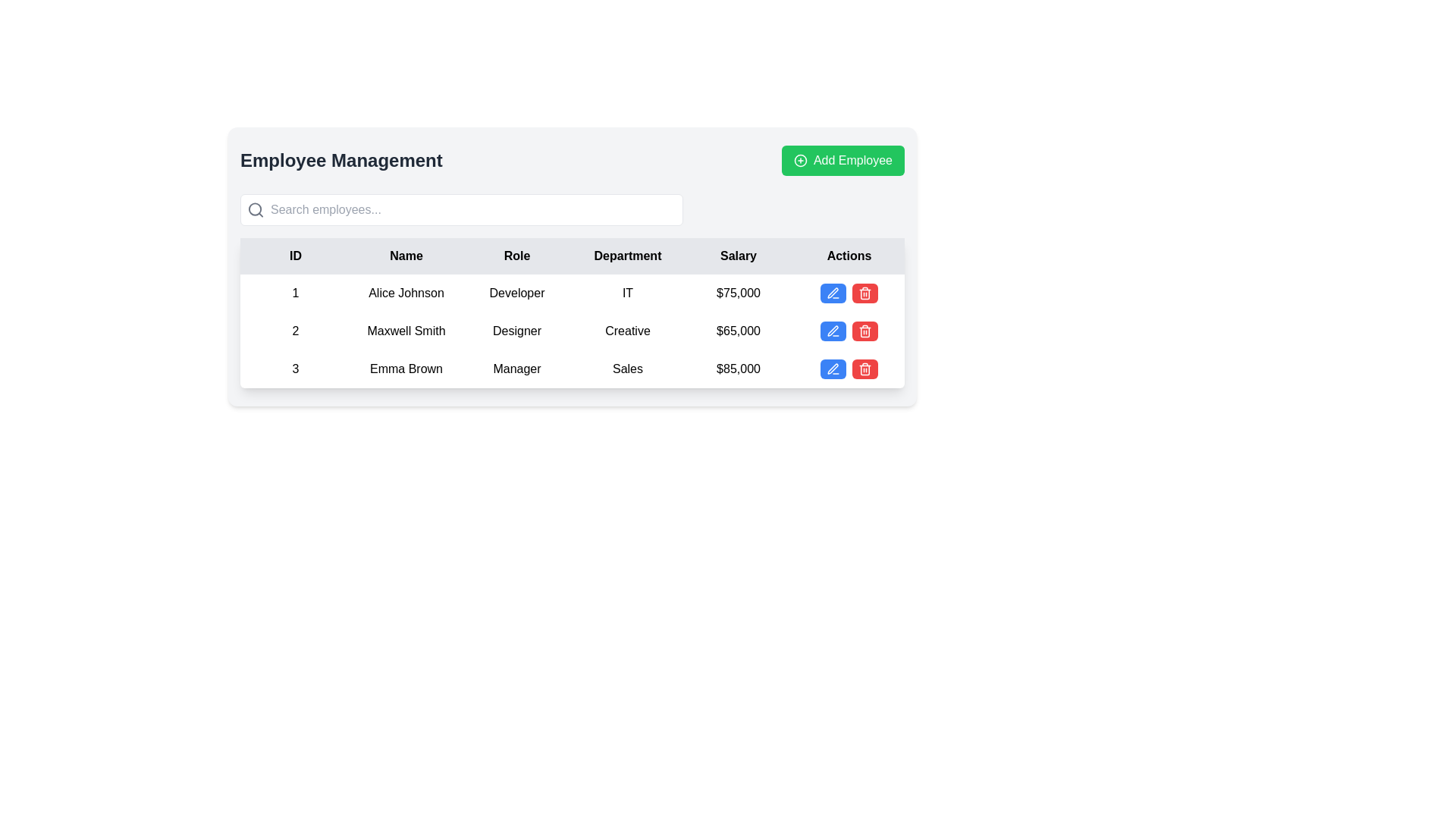  I want to click on the small rectangular blue button with rounded corners displaying a pen icon in the Actions column of the second row, associated with 'Maxwell Smith', so click(833, 330).